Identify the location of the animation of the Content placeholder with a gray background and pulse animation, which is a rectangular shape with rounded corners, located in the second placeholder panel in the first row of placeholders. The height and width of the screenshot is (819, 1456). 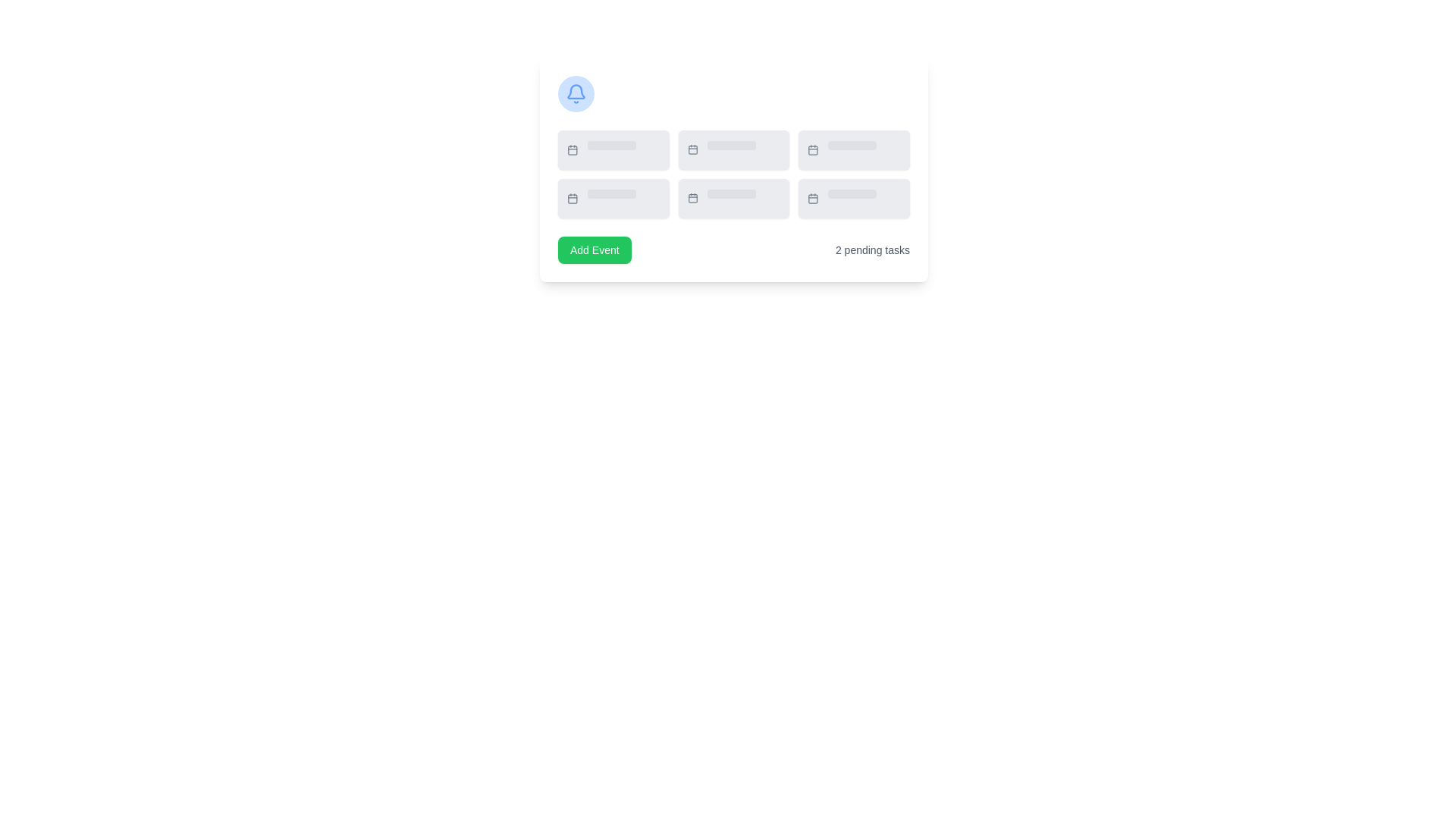
(623, 149).